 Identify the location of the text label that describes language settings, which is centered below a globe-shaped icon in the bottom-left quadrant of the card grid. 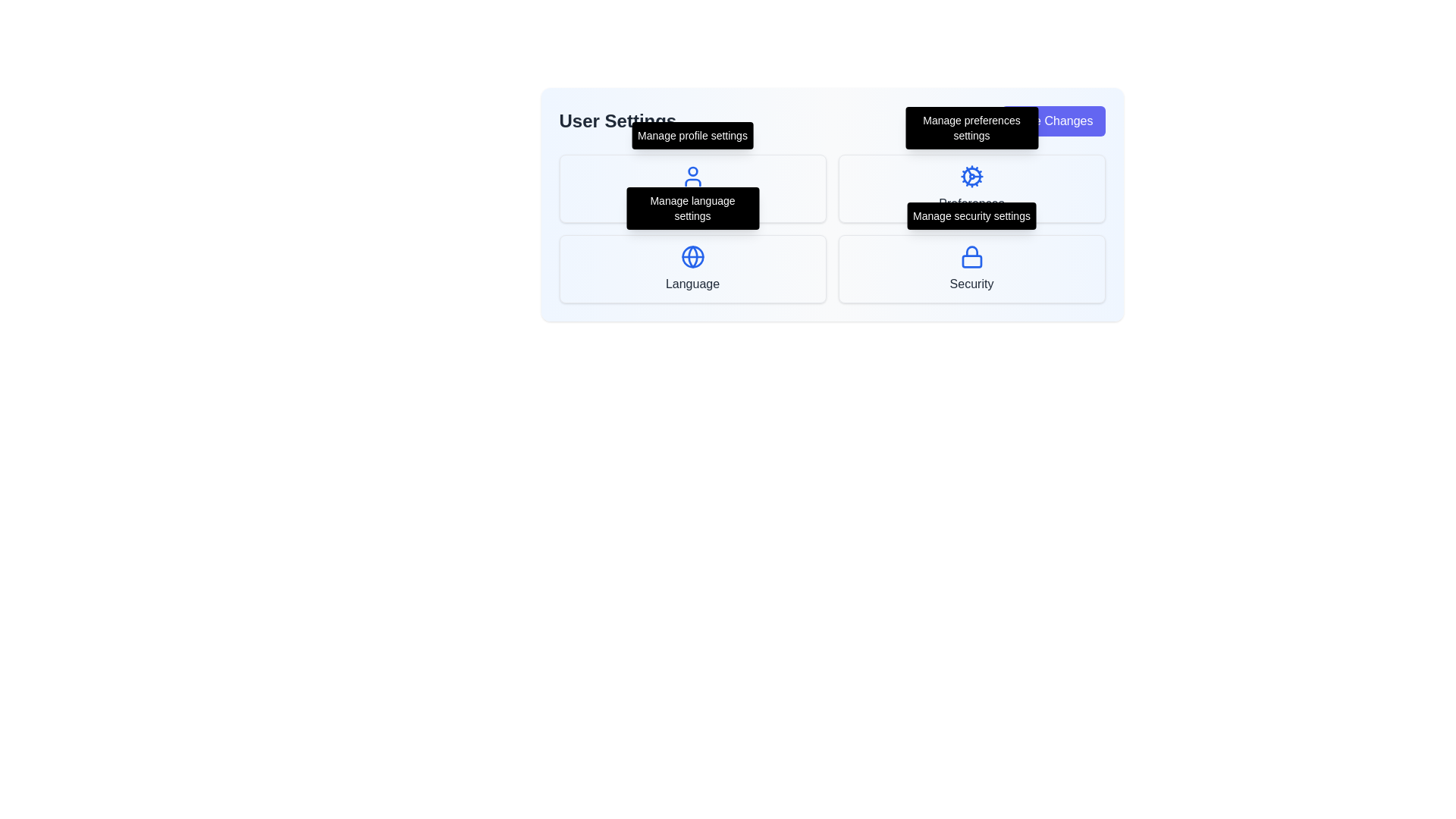
(692, 284).